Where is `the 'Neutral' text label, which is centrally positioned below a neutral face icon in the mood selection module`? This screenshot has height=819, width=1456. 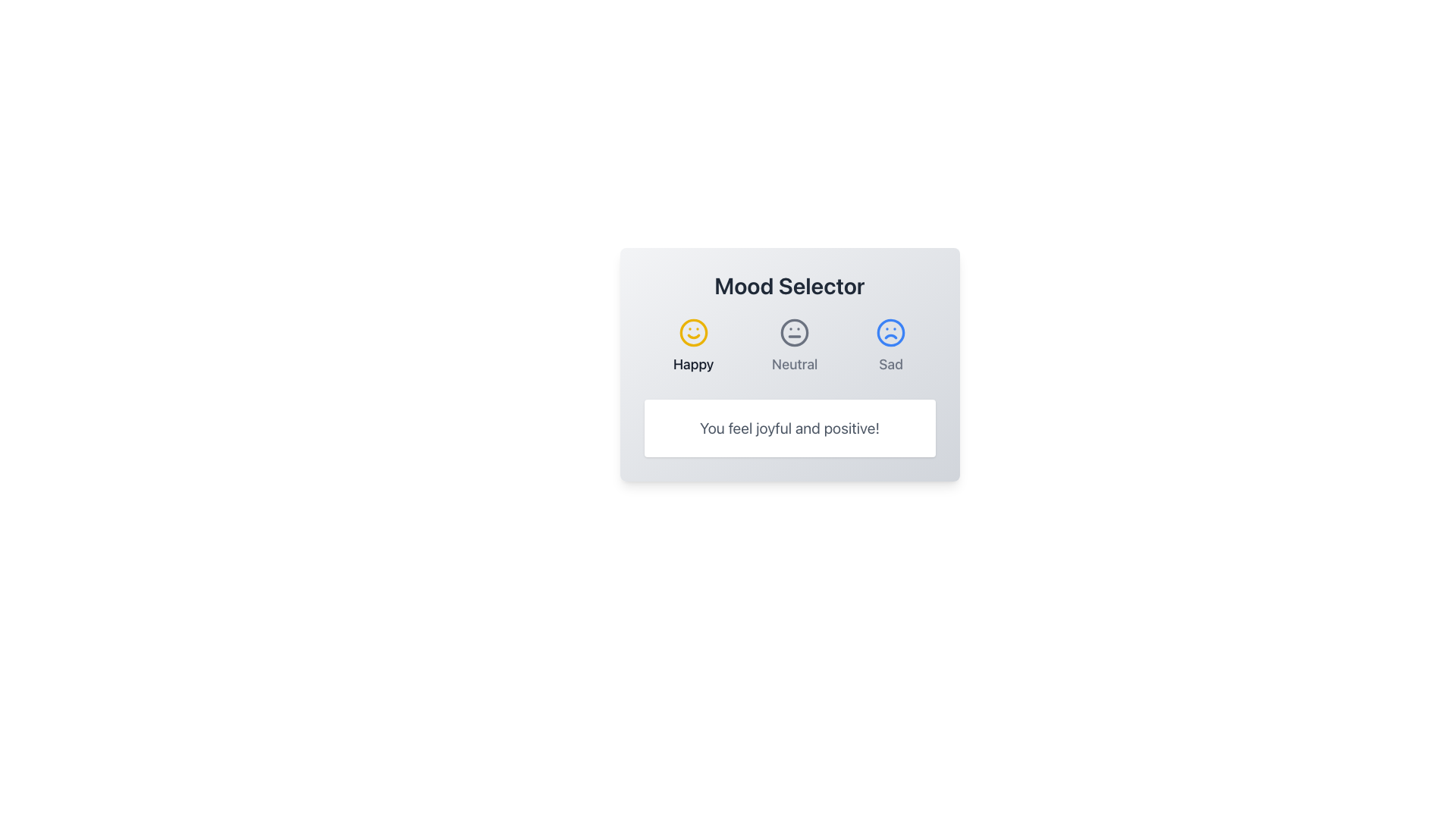
the 'Neutral' text label, which is centrally positioned below a neutral face icon in the mood selection module is located at coordinates (794, 365).